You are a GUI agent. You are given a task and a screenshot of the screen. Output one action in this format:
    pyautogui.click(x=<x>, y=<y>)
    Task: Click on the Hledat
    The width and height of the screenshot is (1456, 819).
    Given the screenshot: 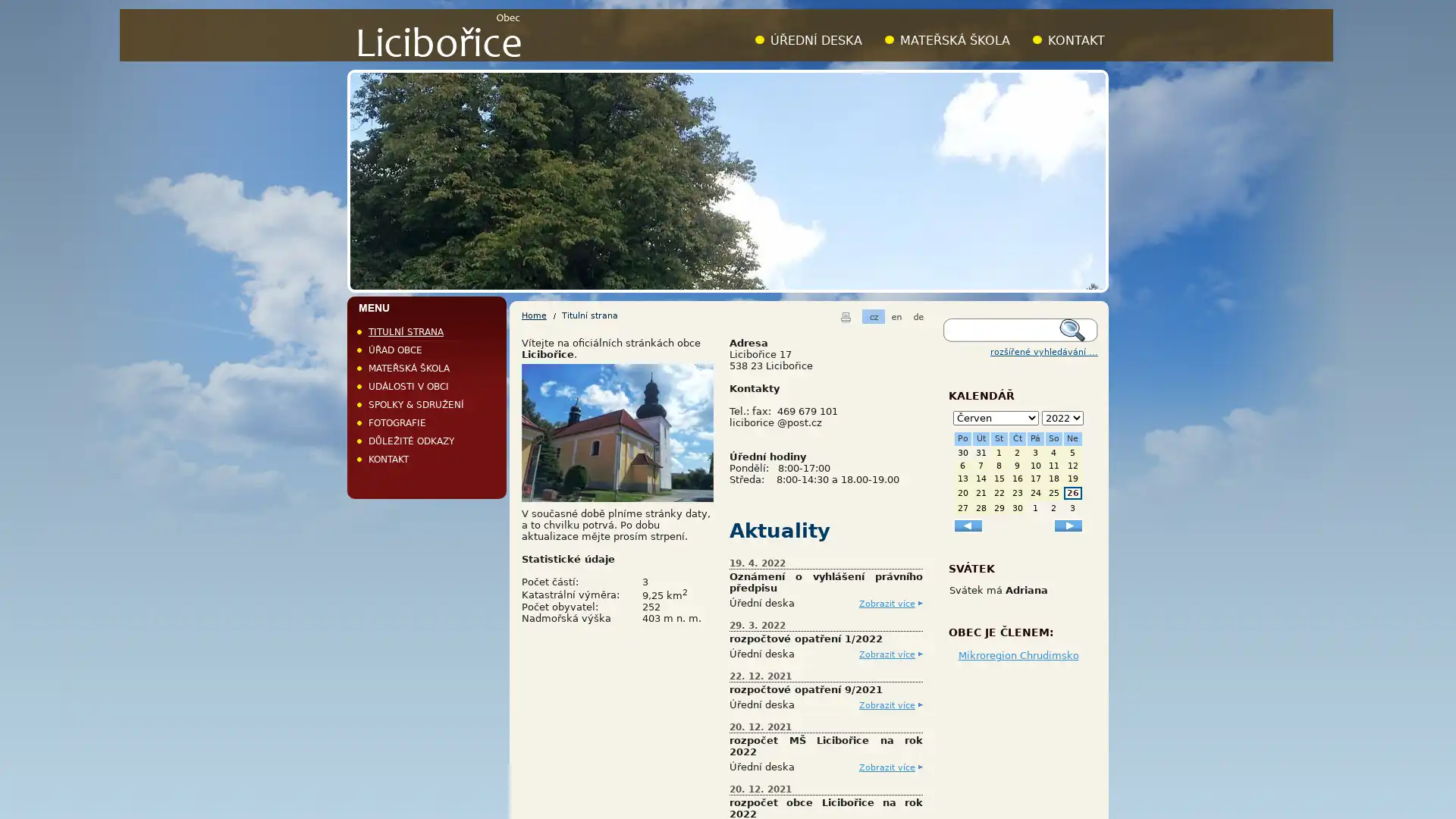 What is the action you would take?
    pyautogui.click(x=1076, y=329)
    